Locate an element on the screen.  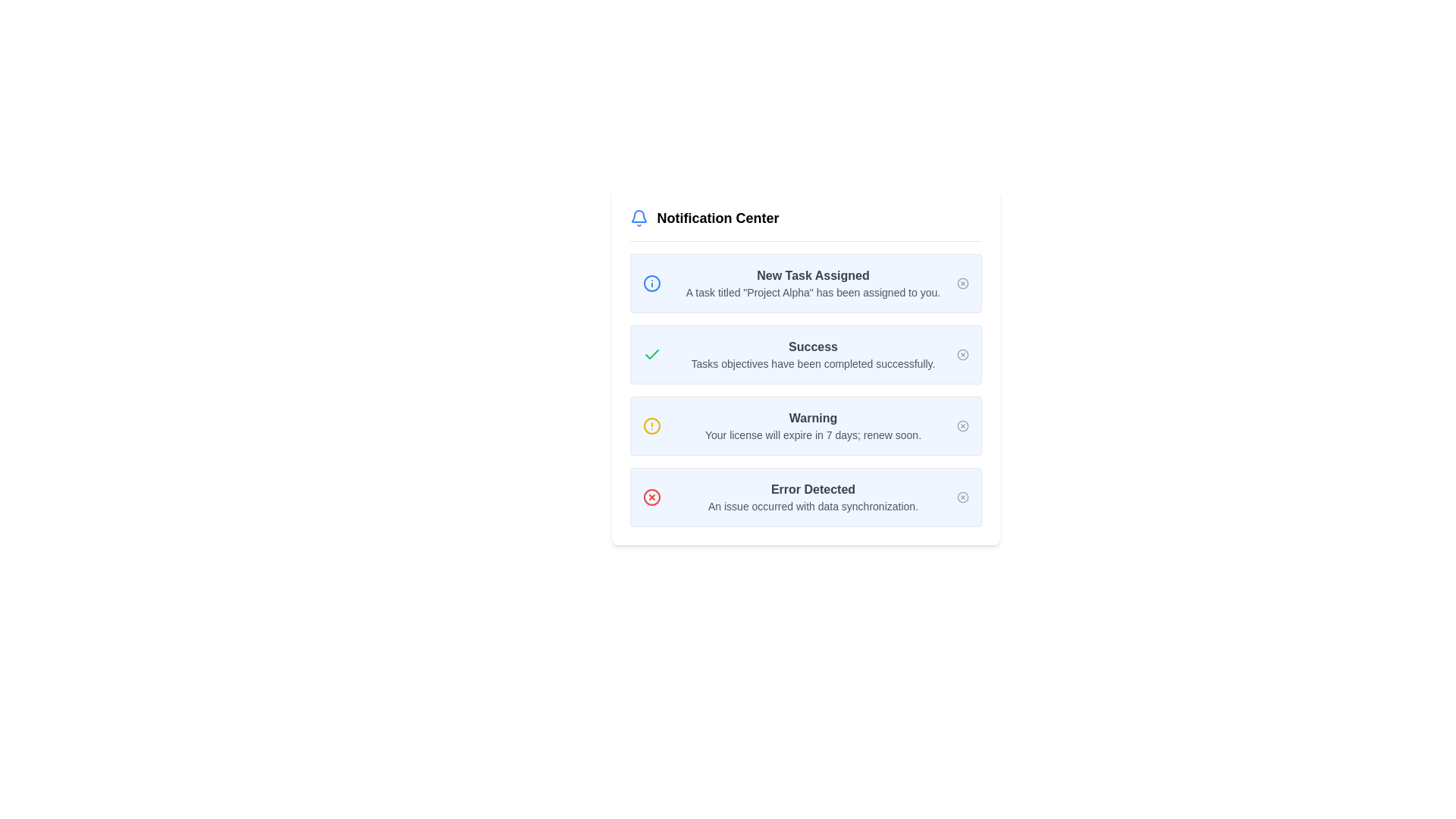
the dismiss button located at the far-right of the 'Error Detected' notification alert to change its appearance is located at coordinates (962, 497).